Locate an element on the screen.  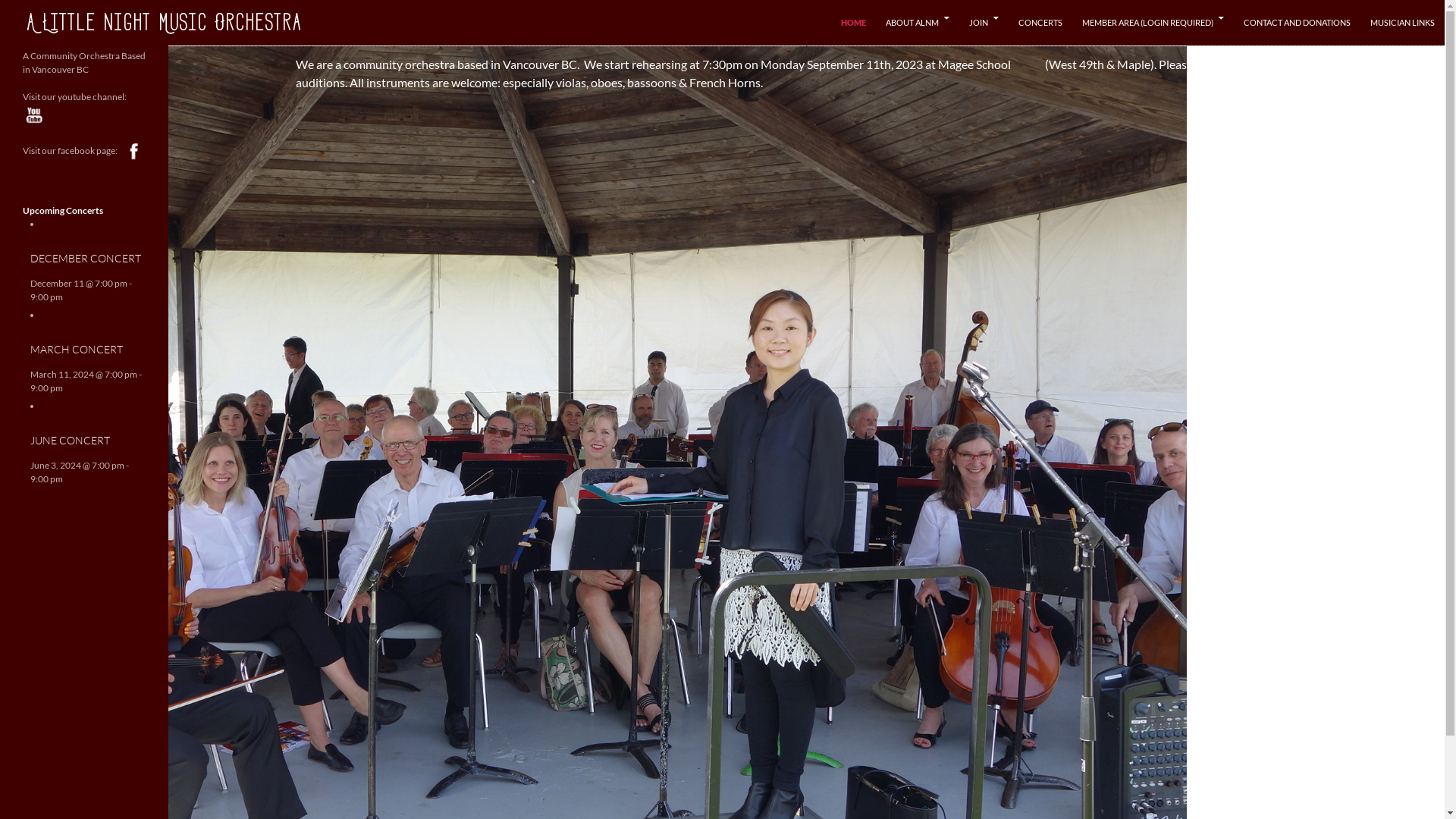
'MUSICIAN LINKS' is located at coordinates (1401, 23).